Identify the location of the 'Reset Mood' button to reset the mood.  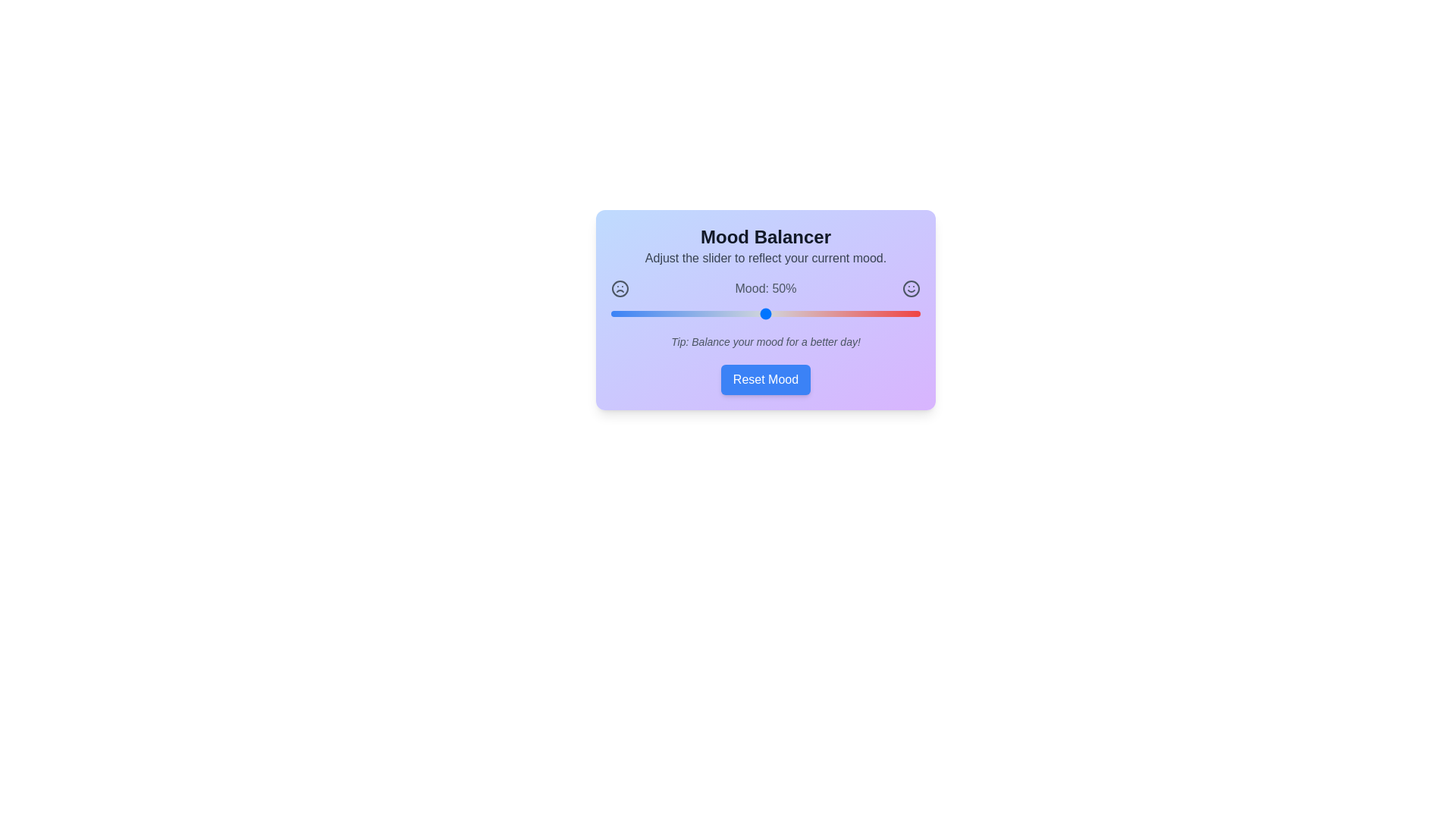
(765, 379).